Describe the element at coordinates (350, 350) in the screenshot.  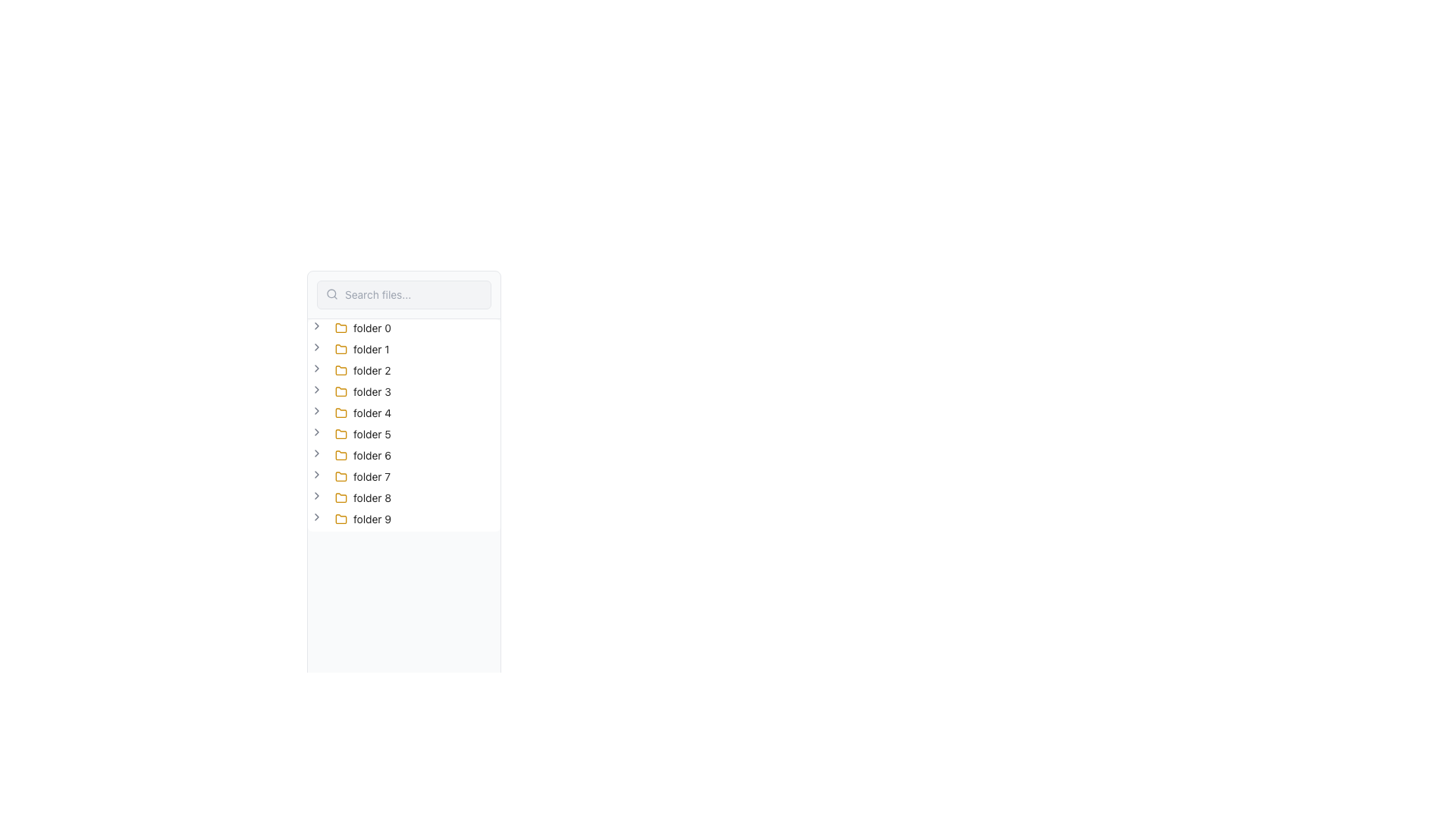
I see `the 'folder 1' expandable list entry marked by a yellow folder icon and a right-pointing chevron` at that location.